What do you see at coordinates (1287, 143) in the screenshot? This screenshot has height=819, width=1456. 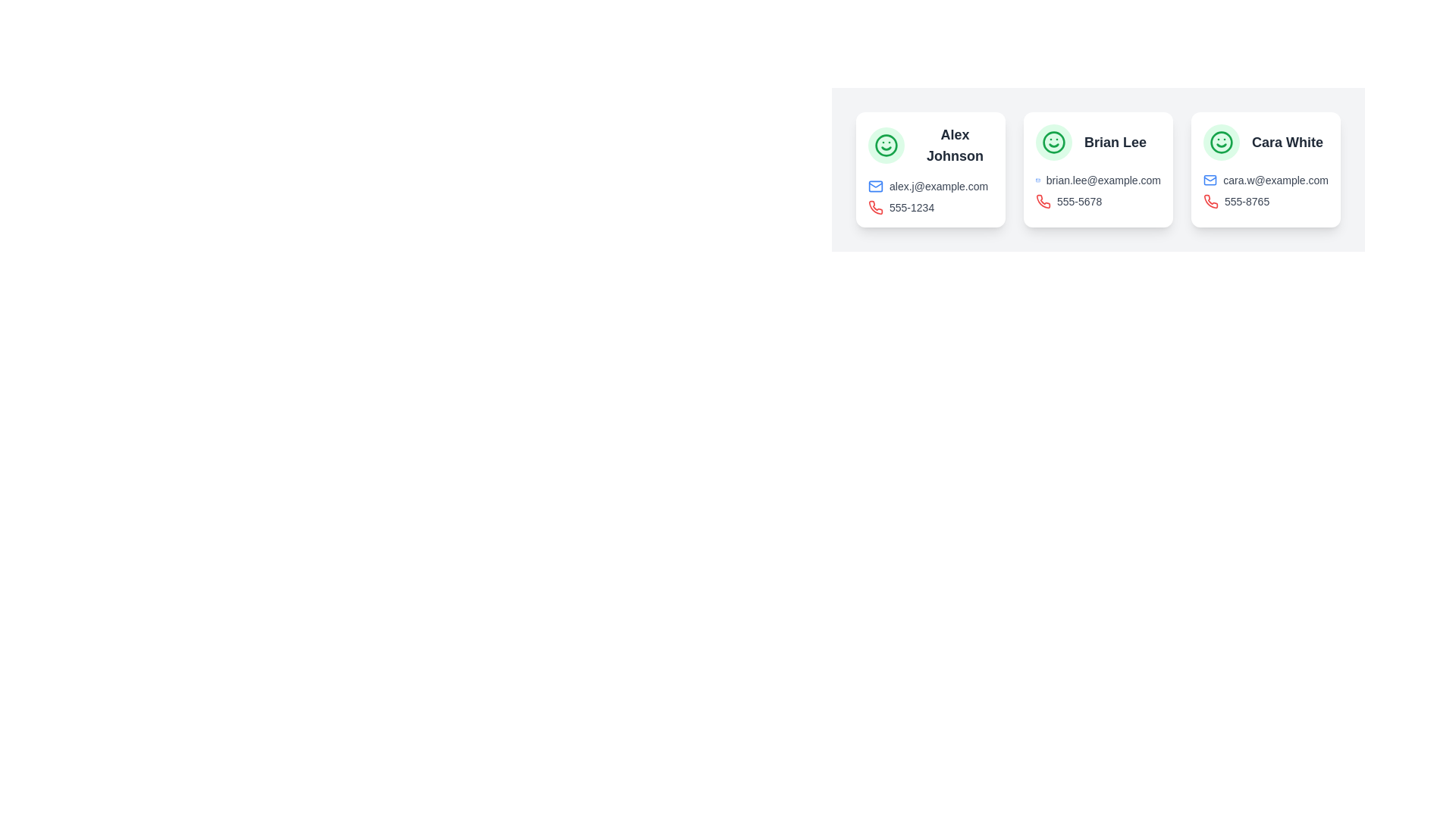 I see `the user's name label at the top-right corner of the contact card` at bounding box center [1287, 143].